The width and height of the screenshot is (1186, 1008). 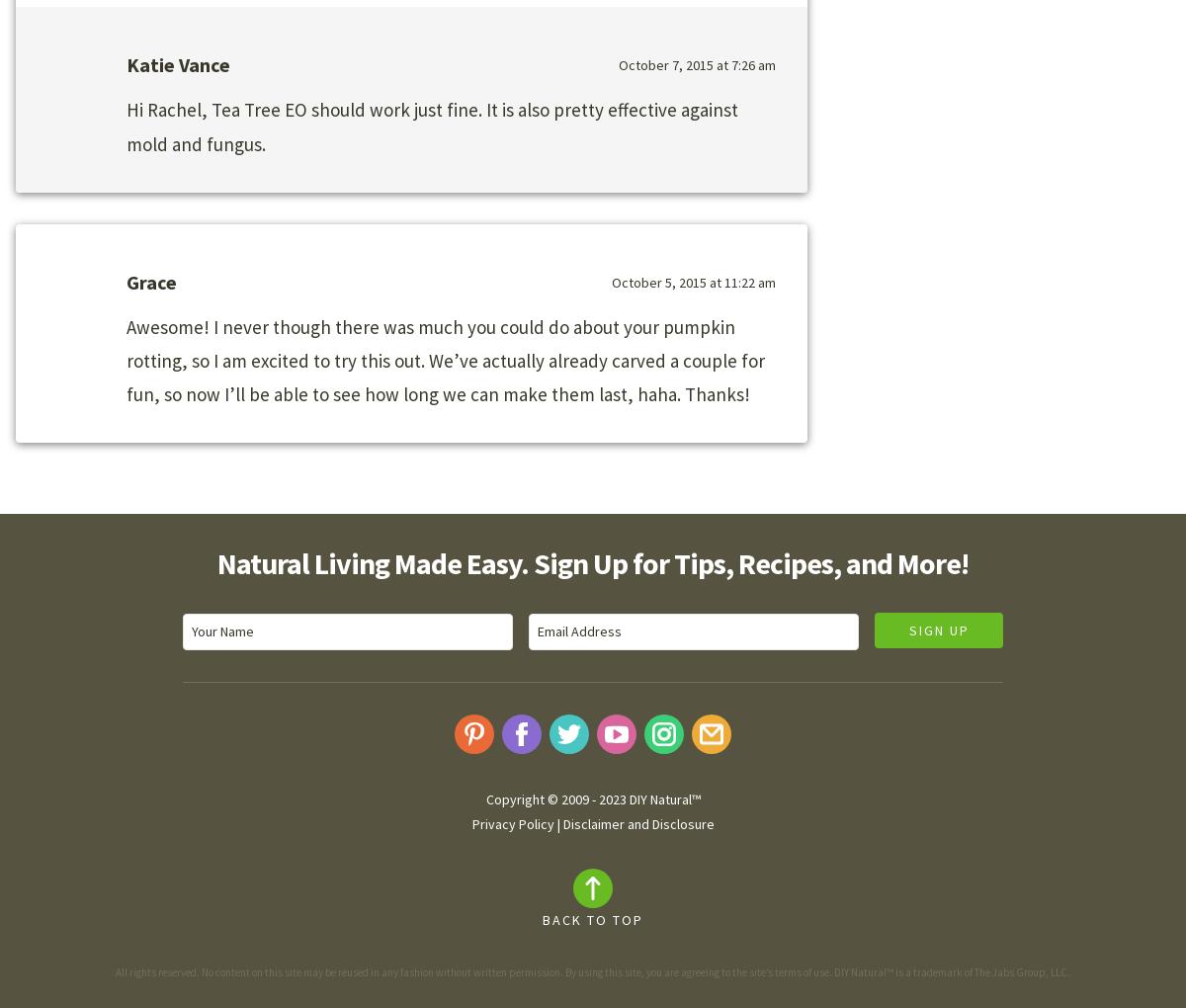 What do you see at coordinates (637, 823) in the screenshot?
I see `'Disclaimer and Disclosure'` at bounding box center [637, 823].